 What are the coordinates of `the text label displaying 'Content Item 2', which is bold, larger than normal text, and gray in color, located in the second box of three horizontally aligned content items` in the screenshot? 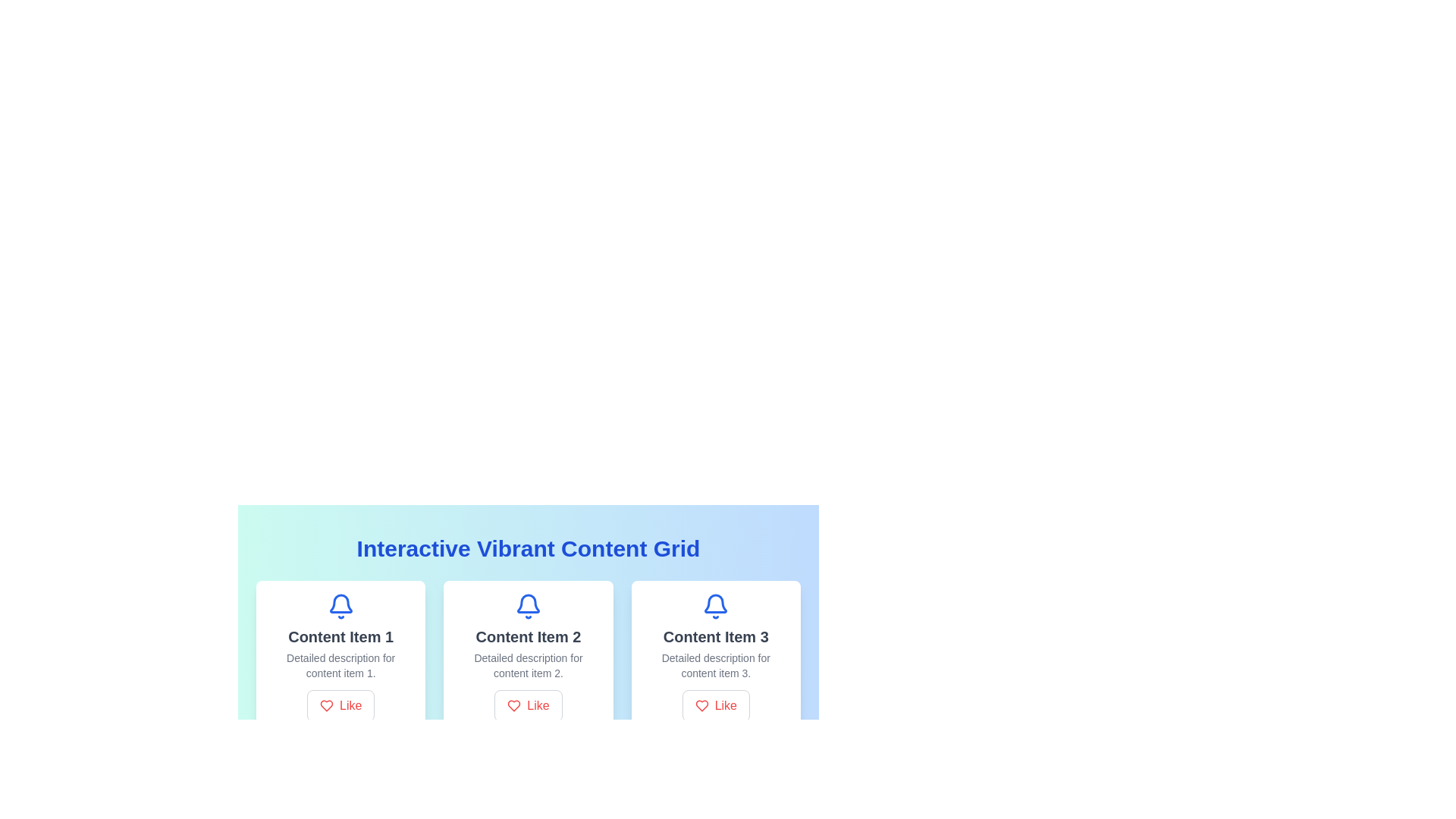 It's located at (528, 637).